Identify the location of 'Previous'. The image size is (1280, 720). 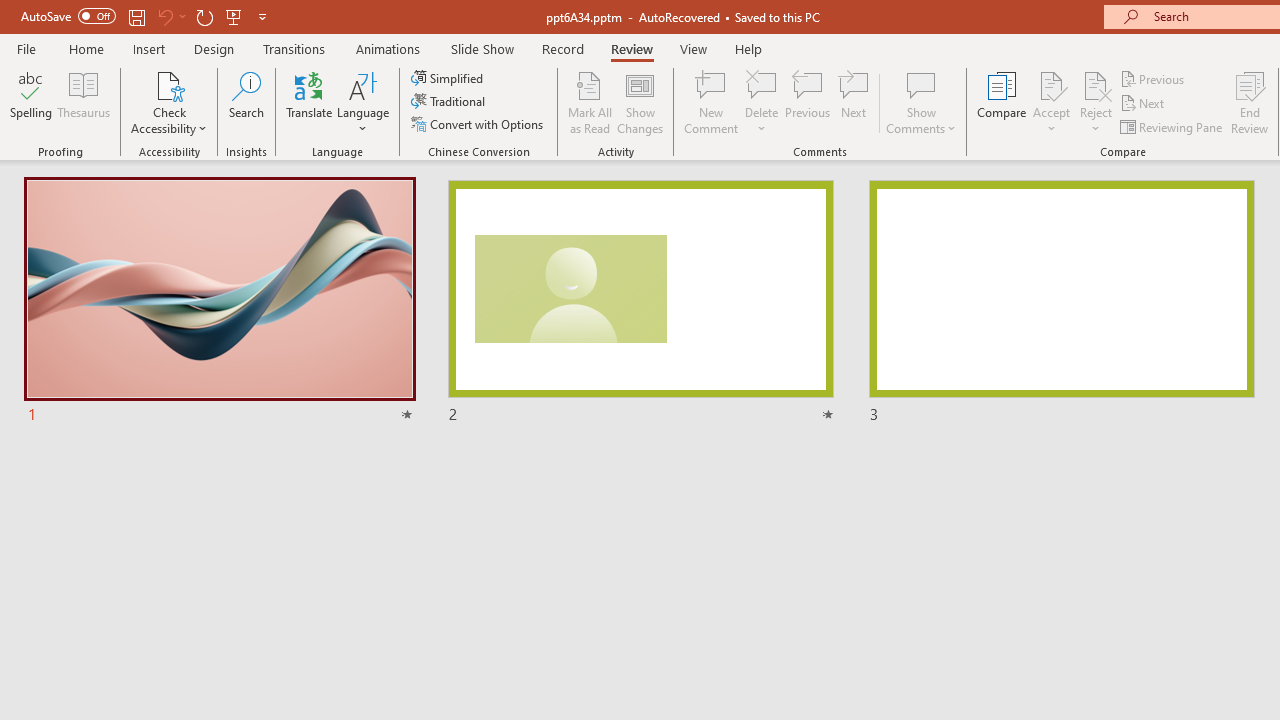
(1153, 78).